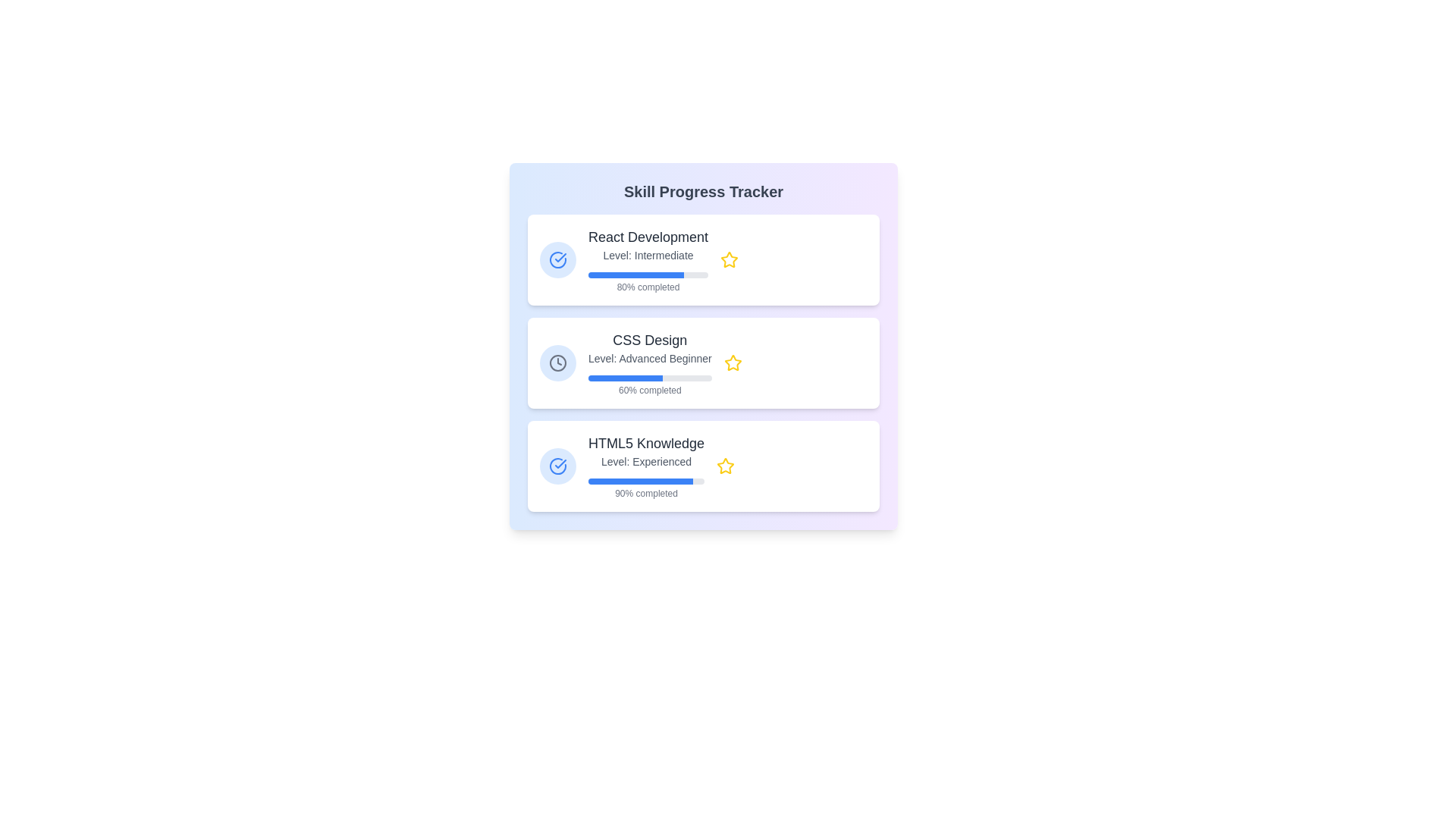  I want to click on the text label indicating the difficulty level of the 'React Development' skill, positioned beneath the title and above the progress bar, so click(648, 254).